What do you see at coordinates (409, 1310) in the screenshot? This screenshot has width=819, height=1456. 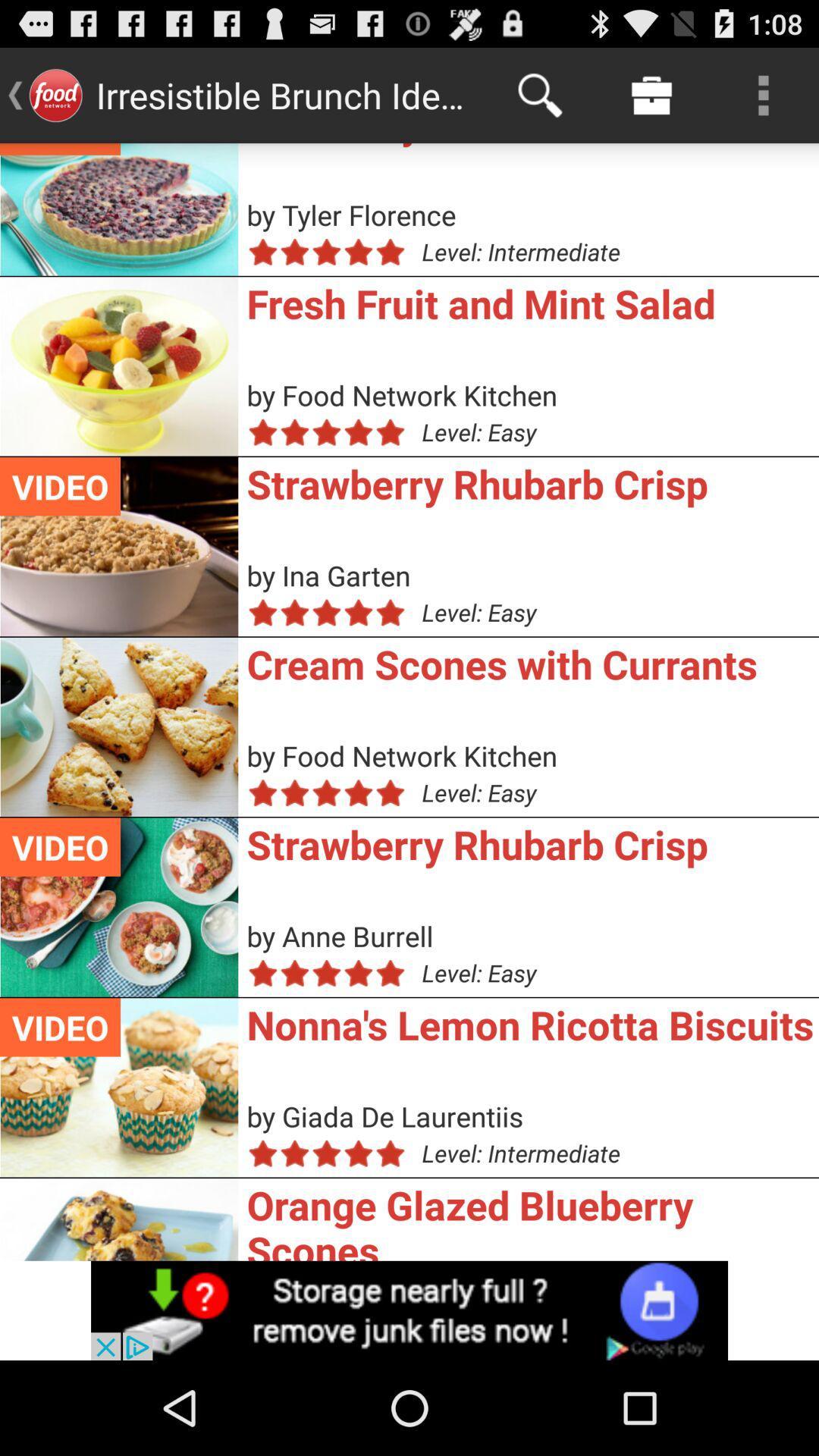 I see `advert banner` at bounding box center [409, 1310].